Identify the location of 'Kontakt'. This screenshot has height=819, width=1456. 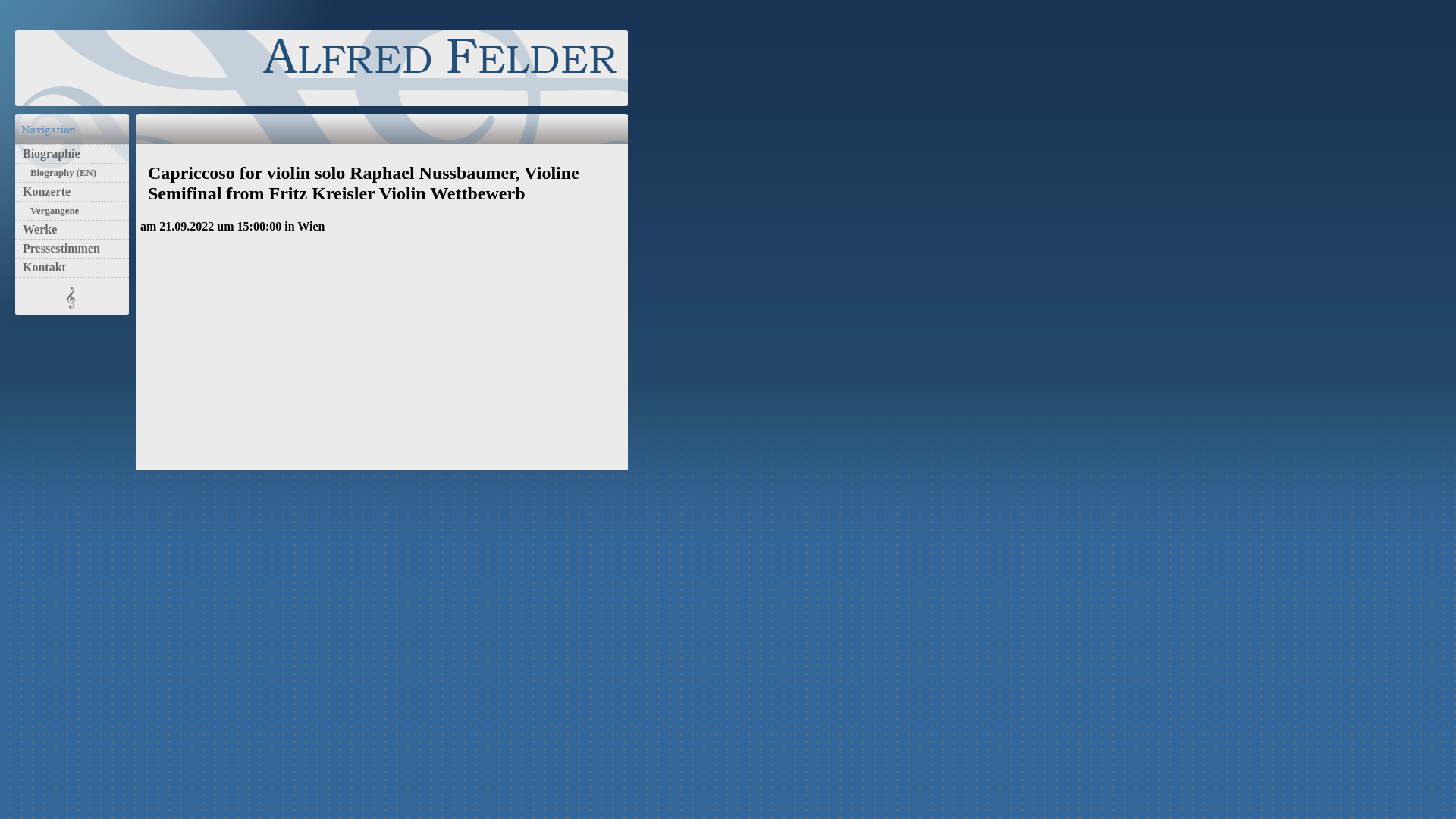
(40, 266).